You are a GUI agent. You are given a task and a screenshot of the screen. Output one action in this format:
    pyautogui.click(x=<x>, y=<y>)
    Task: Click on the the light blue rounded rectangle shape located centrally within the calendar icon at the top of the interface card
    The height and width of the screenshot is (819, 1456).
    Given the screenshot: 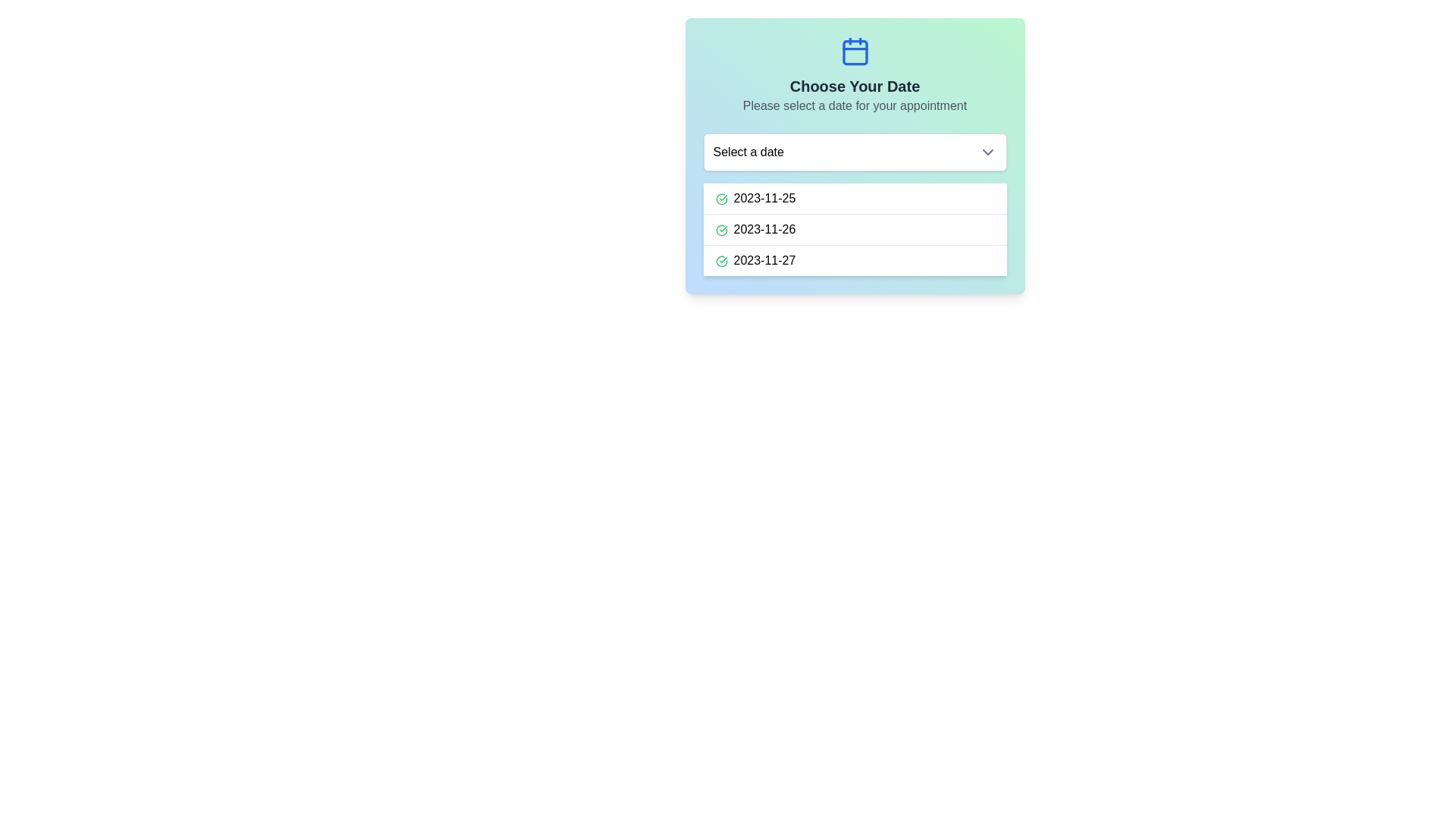 What is the action you would take?
    pyautogui.click(x=855, y=52)
    